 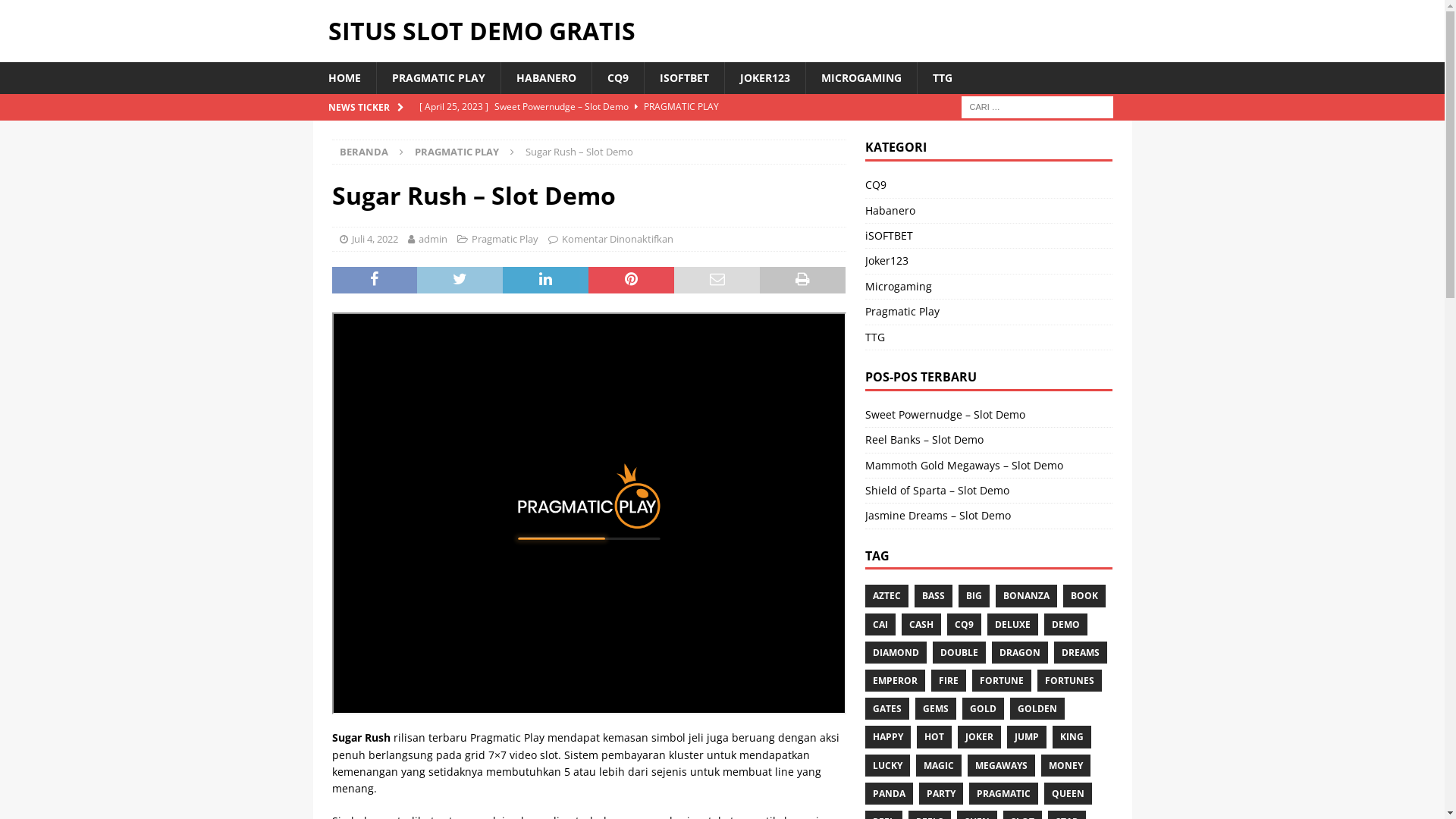 What do you see at coordinates (938, 765) in the screenshot?
I see `'MAGIC'` at bounding box center [938, 765].